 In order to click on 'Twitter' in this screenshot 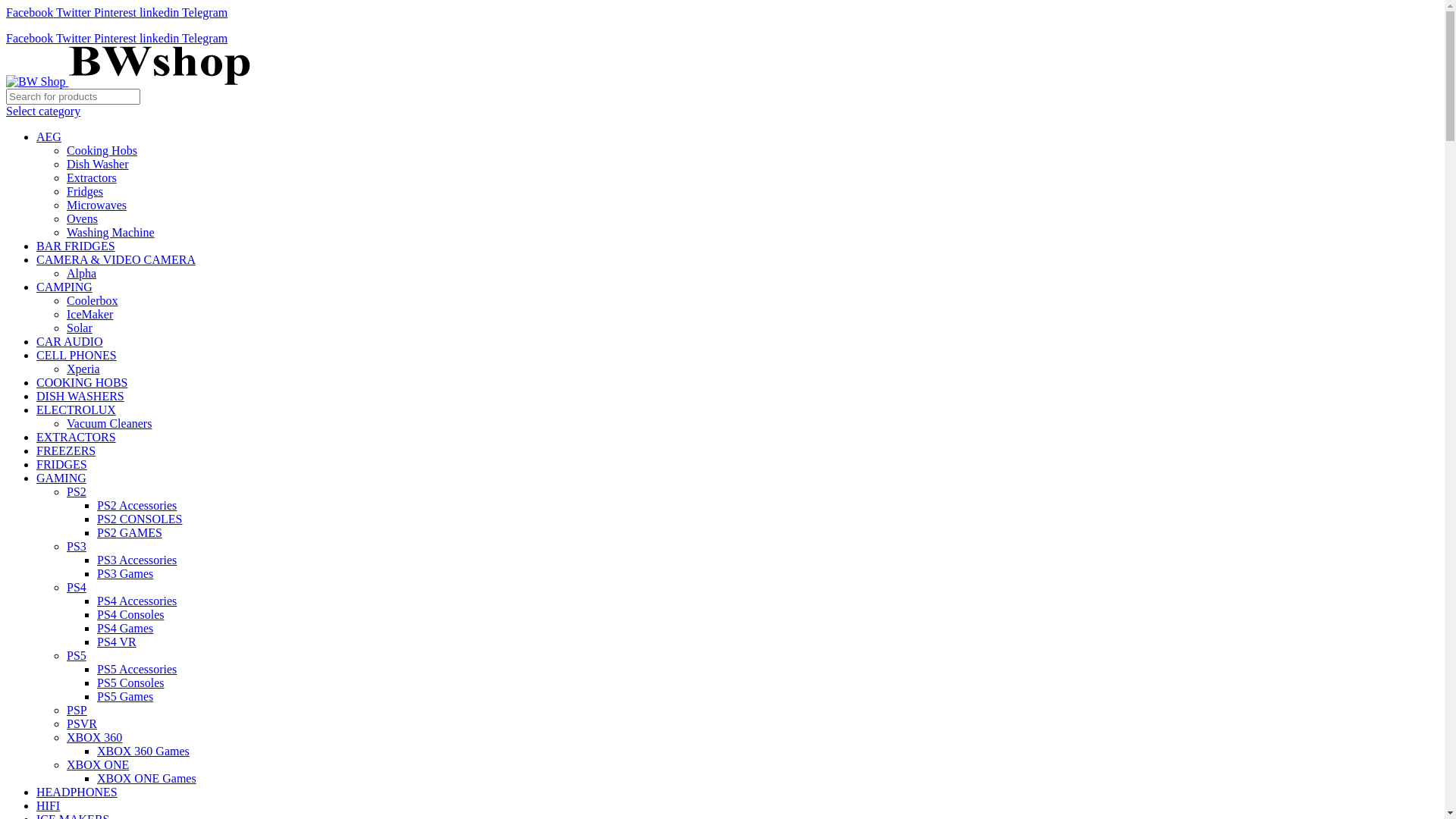, I will do `click(74, 37)`.